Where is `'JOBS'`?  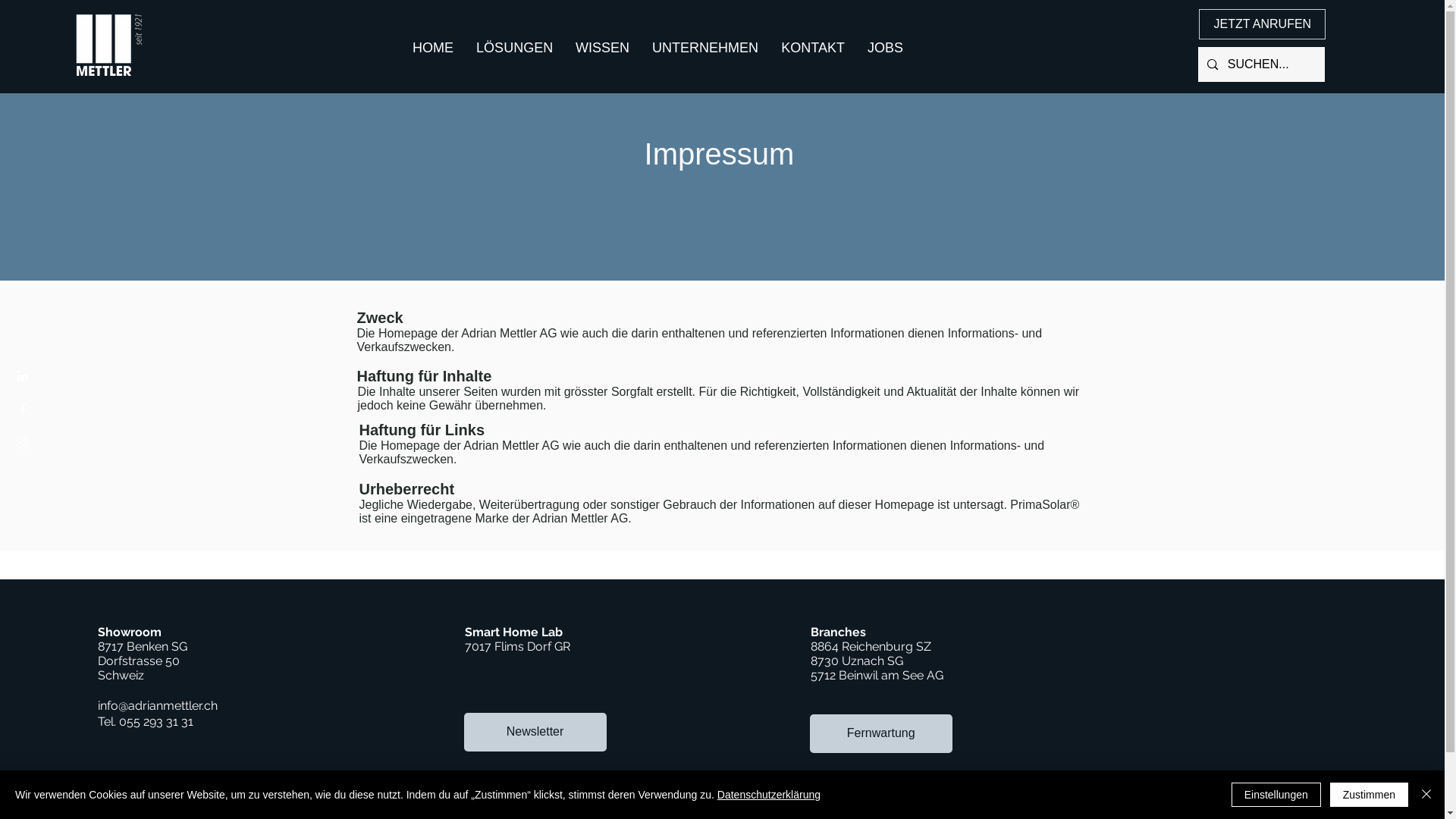
'JOBS' is located at coordinates (885, 46).